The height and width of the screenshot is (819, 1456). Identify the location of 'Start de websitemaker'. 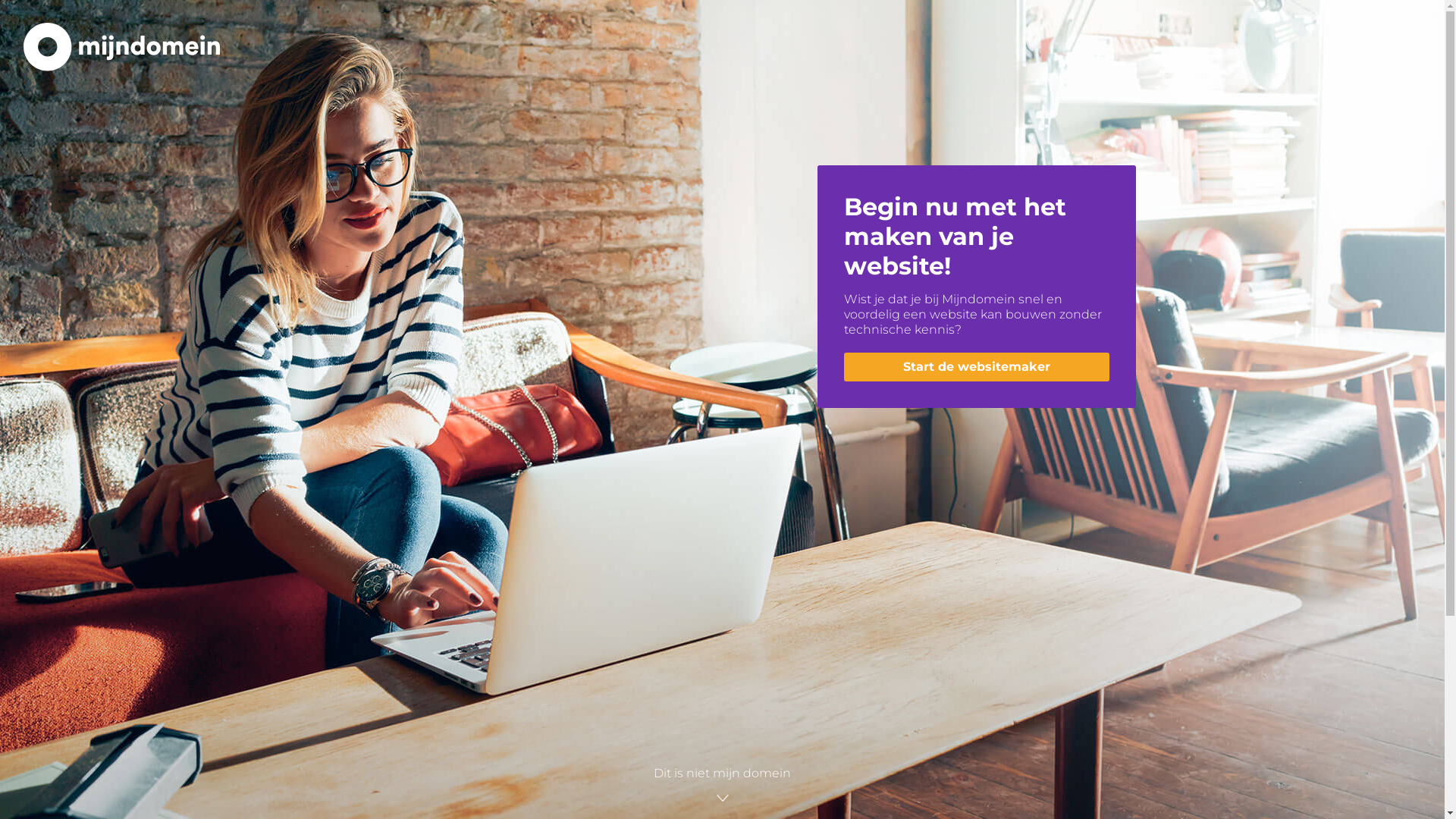
(975, 366).